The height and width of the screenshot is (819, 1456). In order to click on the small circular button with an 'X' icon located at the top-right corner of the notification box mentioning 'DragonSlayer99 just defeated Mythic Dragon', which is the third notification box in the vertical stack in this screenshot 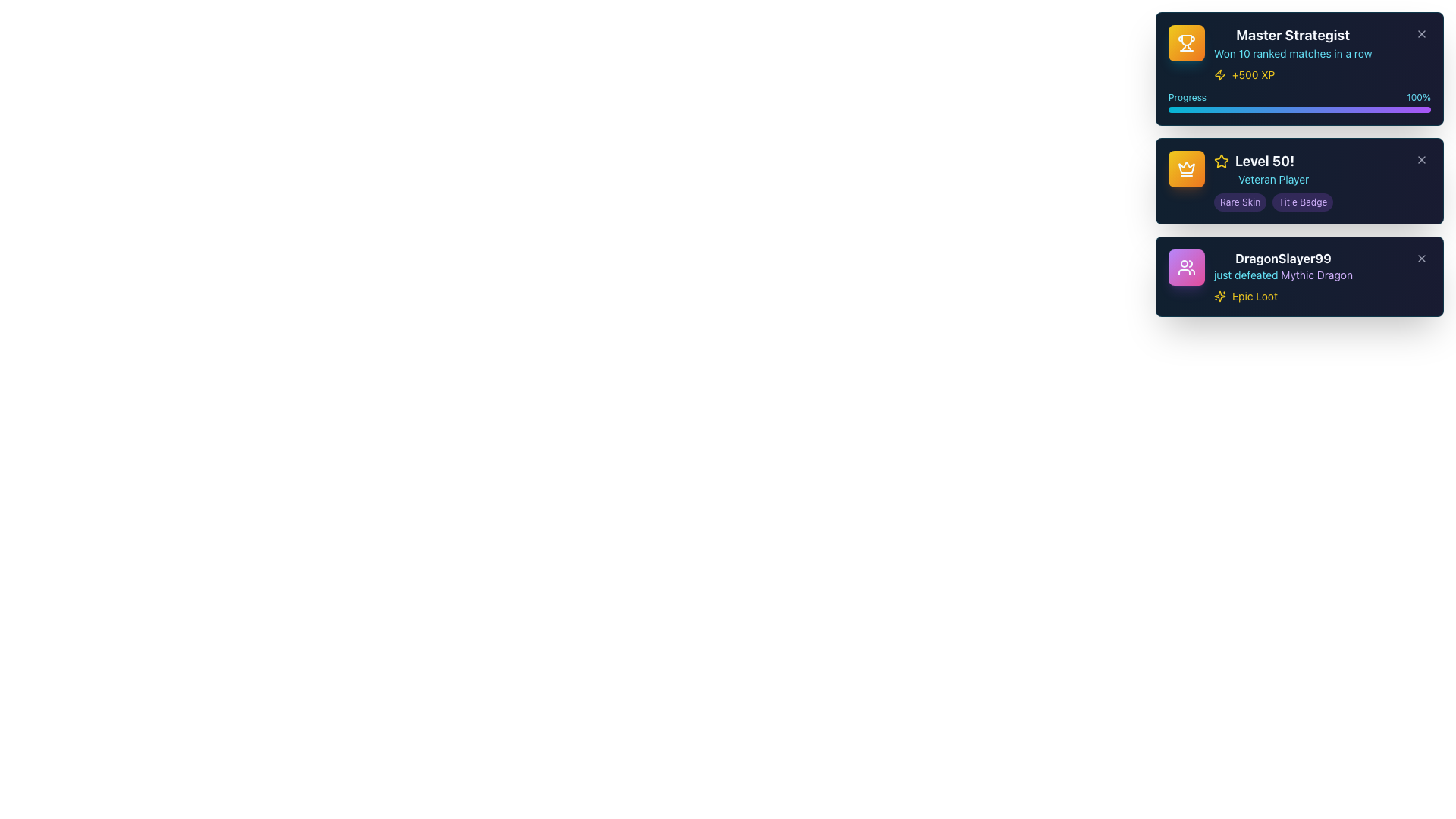, I will do `click(1421, 257)`.